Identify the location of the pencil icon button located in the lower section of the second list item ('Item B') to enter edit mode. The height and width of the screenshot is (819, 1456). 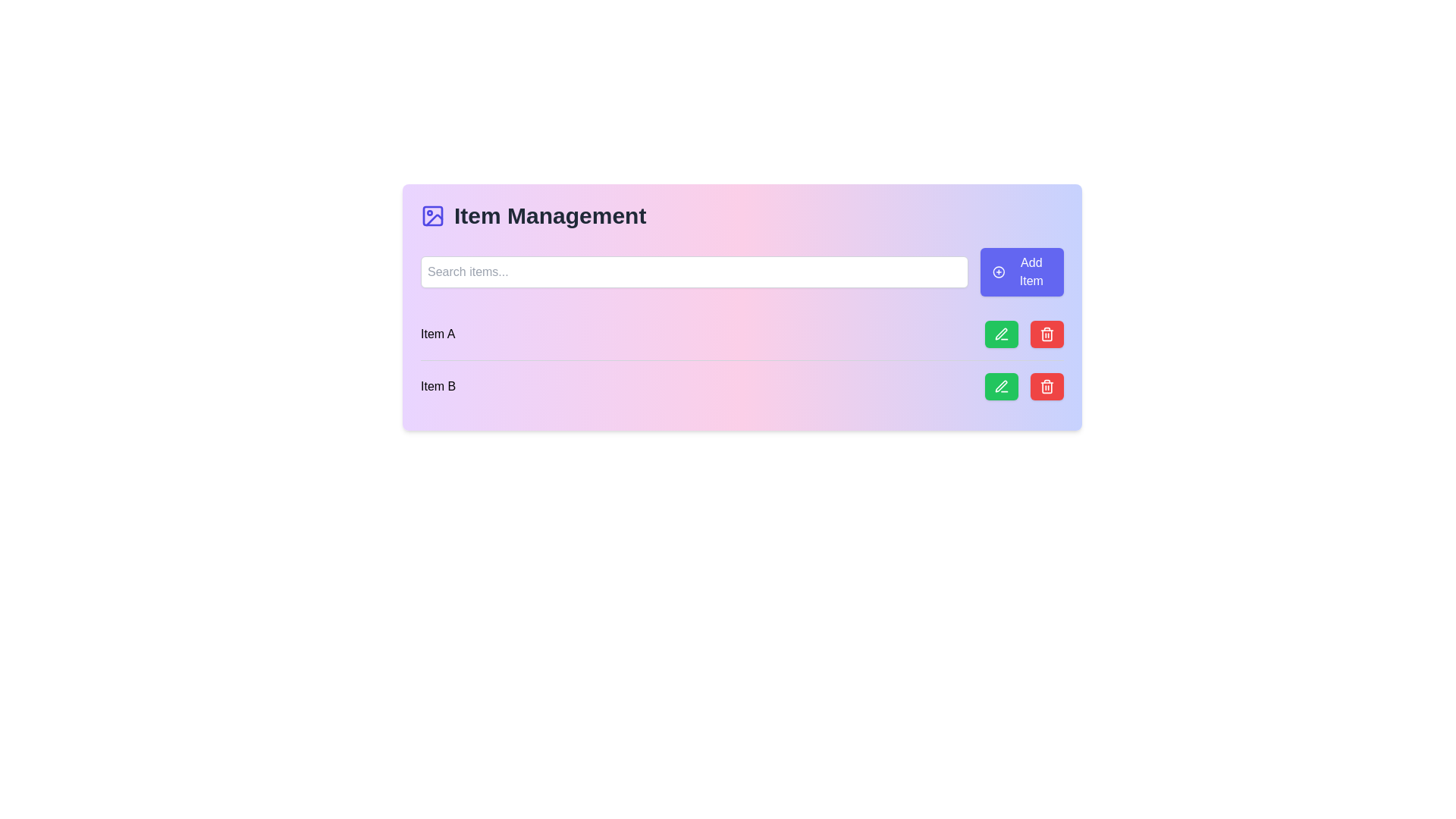
(1001, 332).